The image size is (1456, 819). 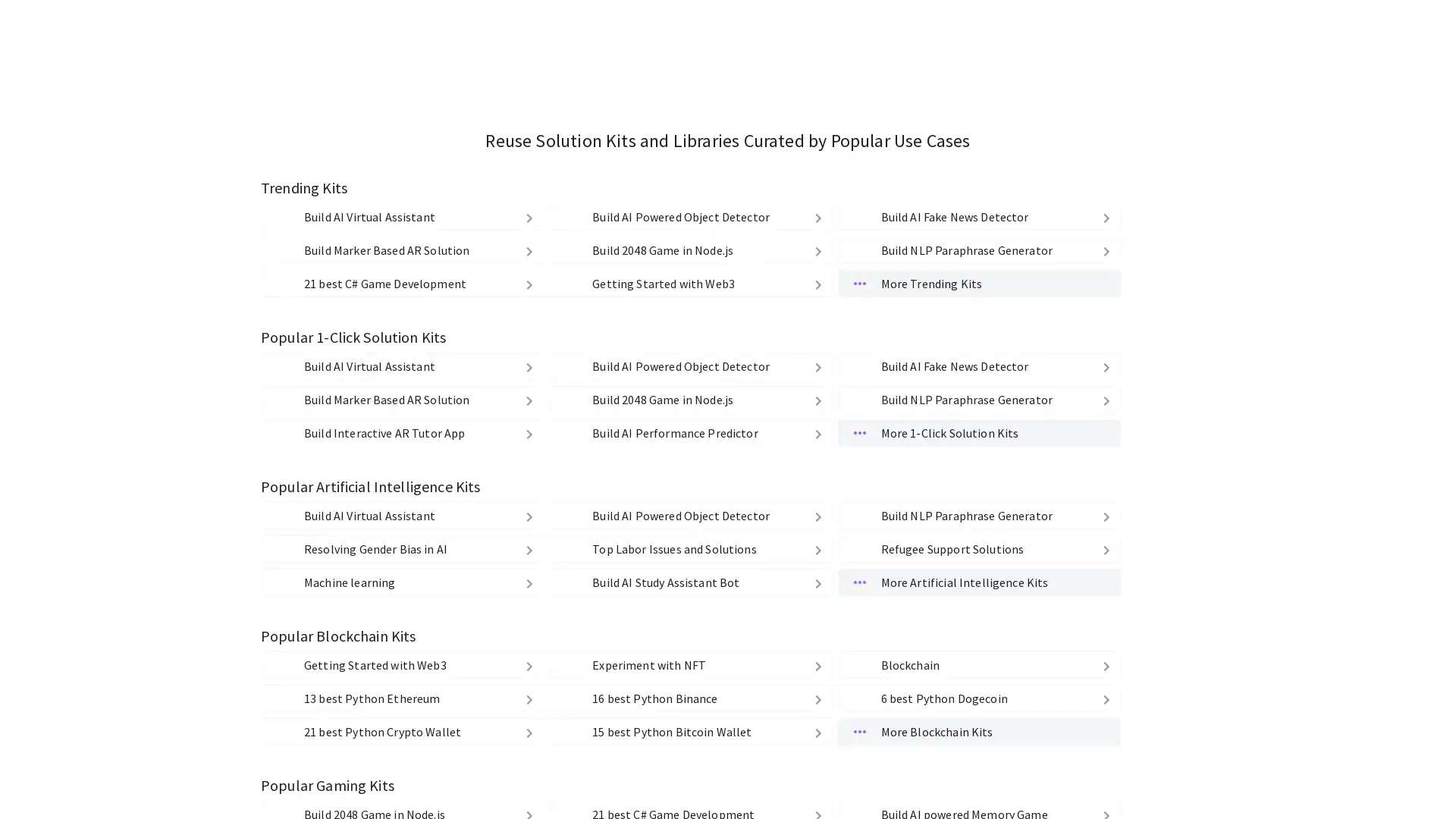 What do you see at coordinates (304, 380) in the screenshot?
I see `PHP PHP` at bounding box center [304, 380].